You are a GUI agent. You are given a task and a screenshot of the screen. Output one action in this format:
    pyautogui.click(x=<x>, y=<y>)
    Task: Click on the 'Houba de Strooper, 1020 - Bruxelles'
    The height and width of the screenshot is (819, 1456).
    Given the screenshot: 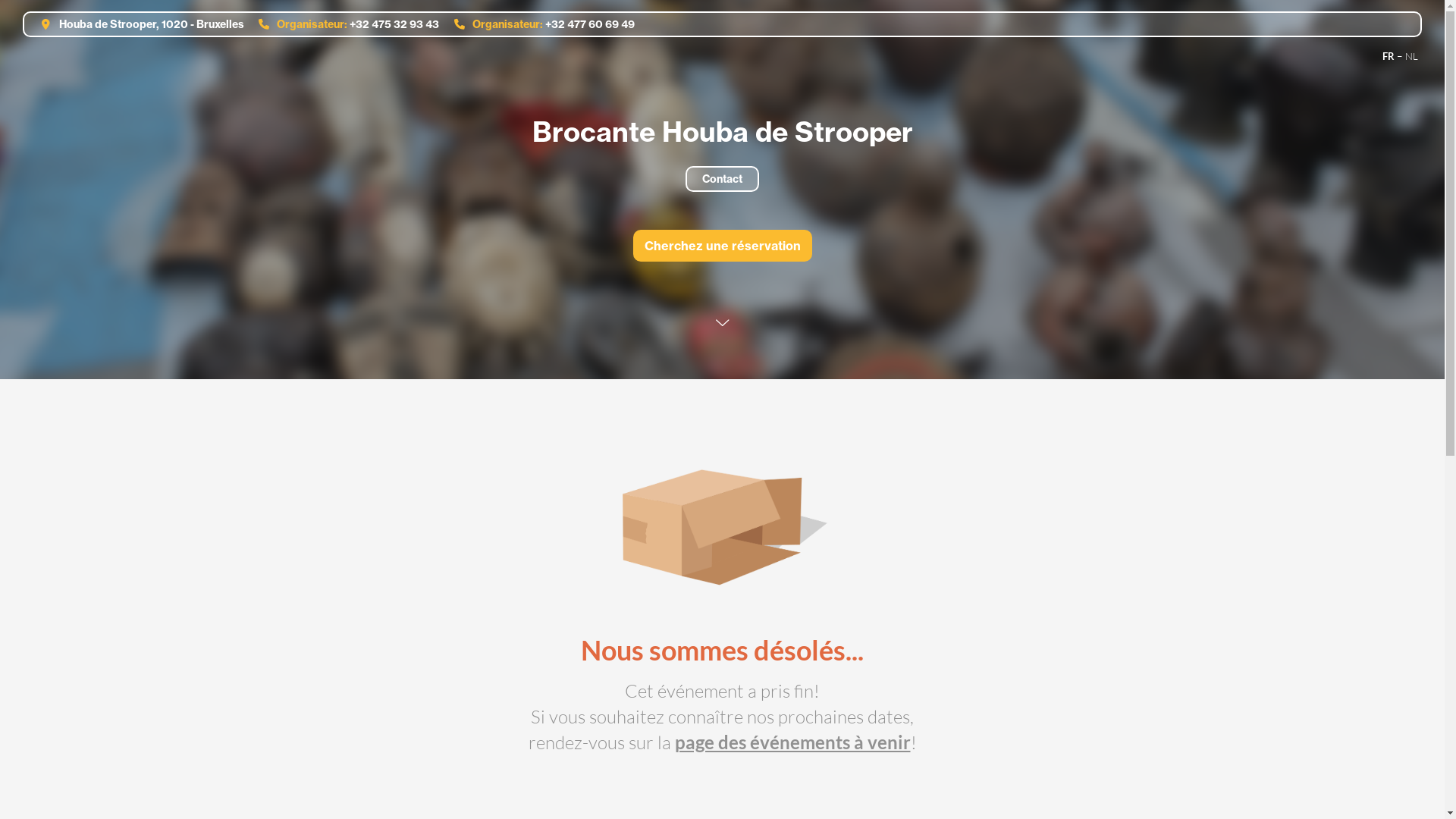 What is the action you would take?
    pyautogui.click(x=137, y=24)
    